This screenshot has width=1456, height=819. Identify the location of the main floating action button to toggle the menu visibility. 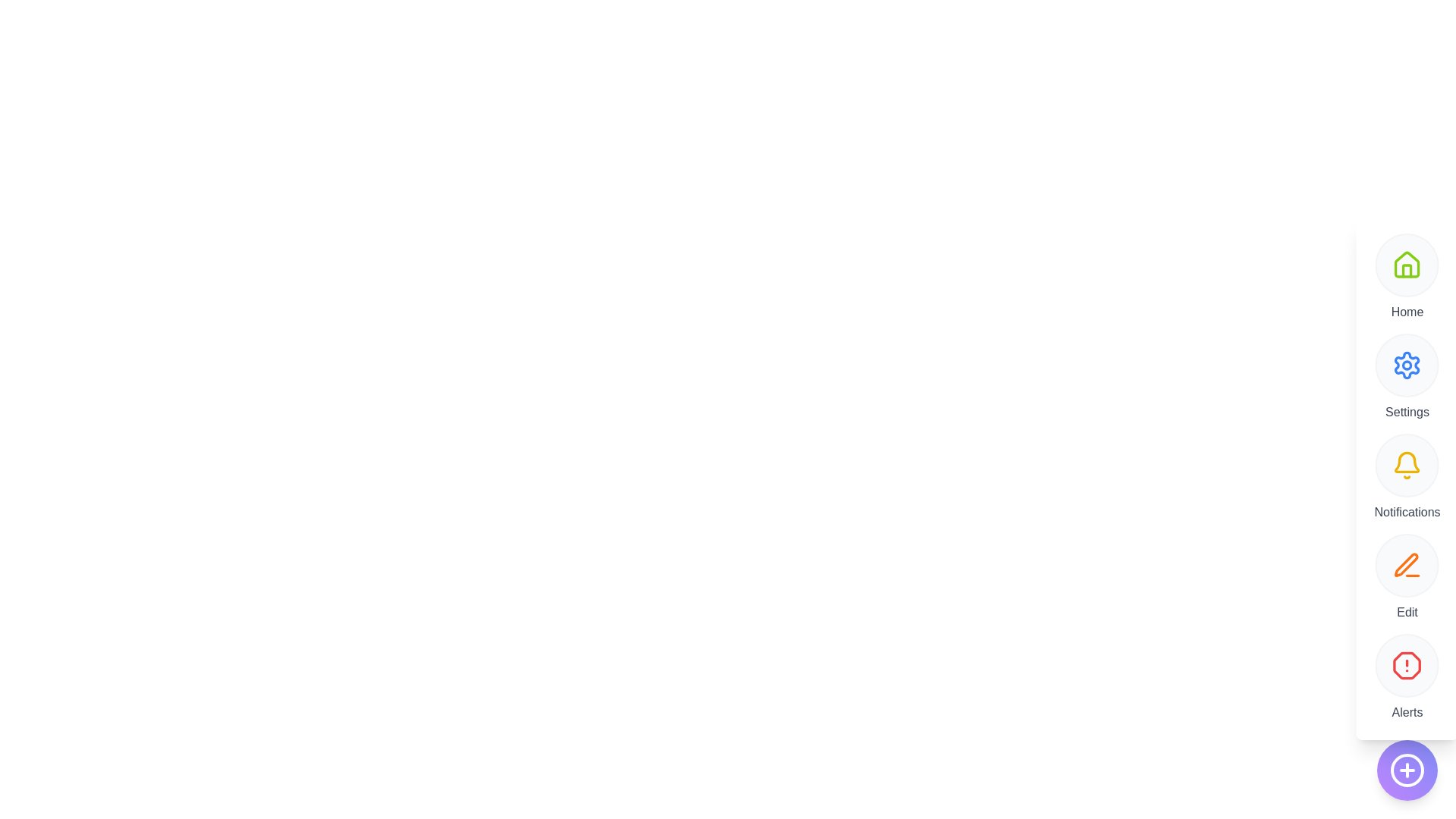
(1407, 770).